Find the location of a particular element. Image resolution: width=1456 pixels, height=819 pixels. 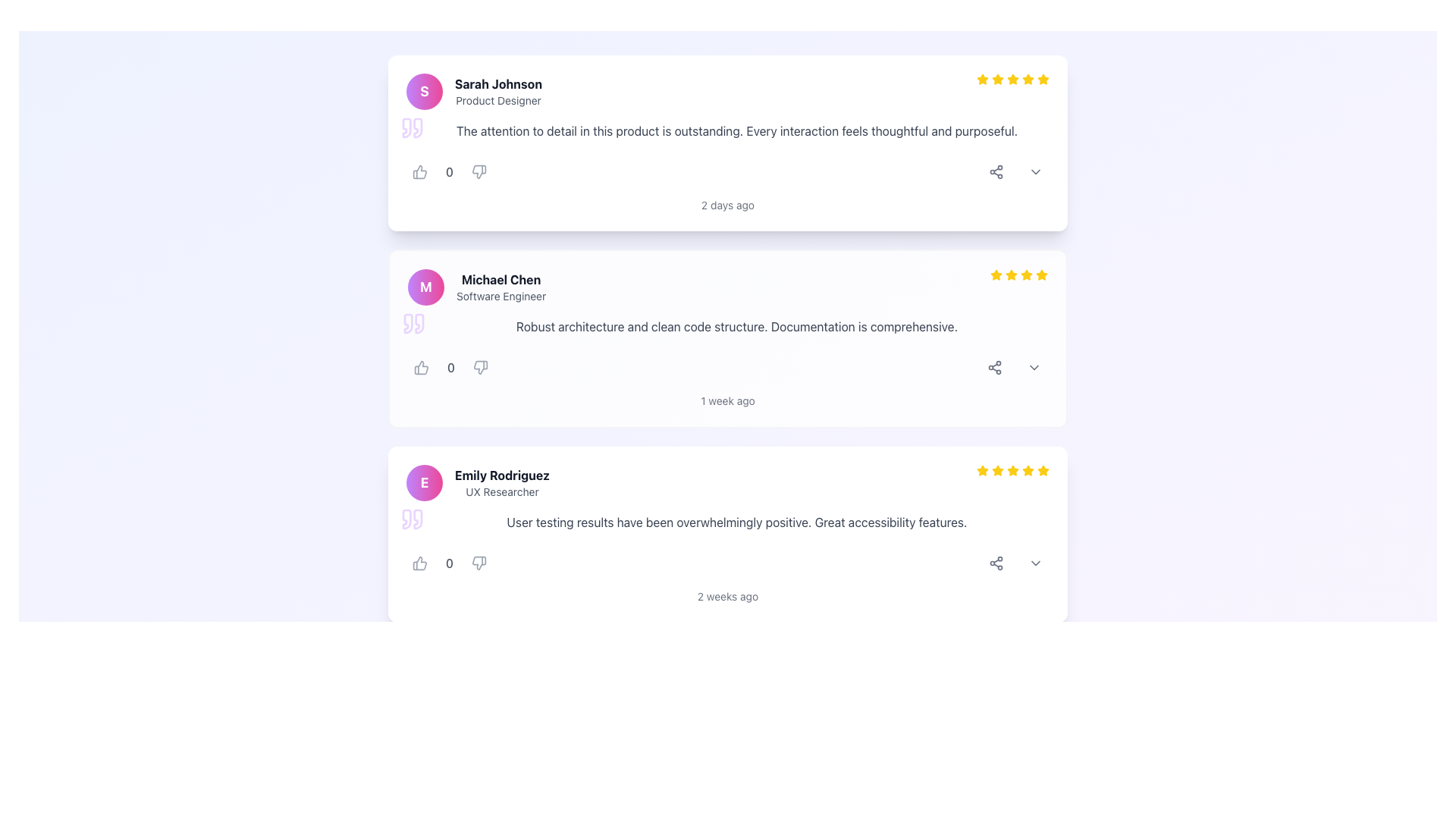

the circular thumbs-up button located to the left of the numerical counter to like the content is located at coordinates (419, 171).